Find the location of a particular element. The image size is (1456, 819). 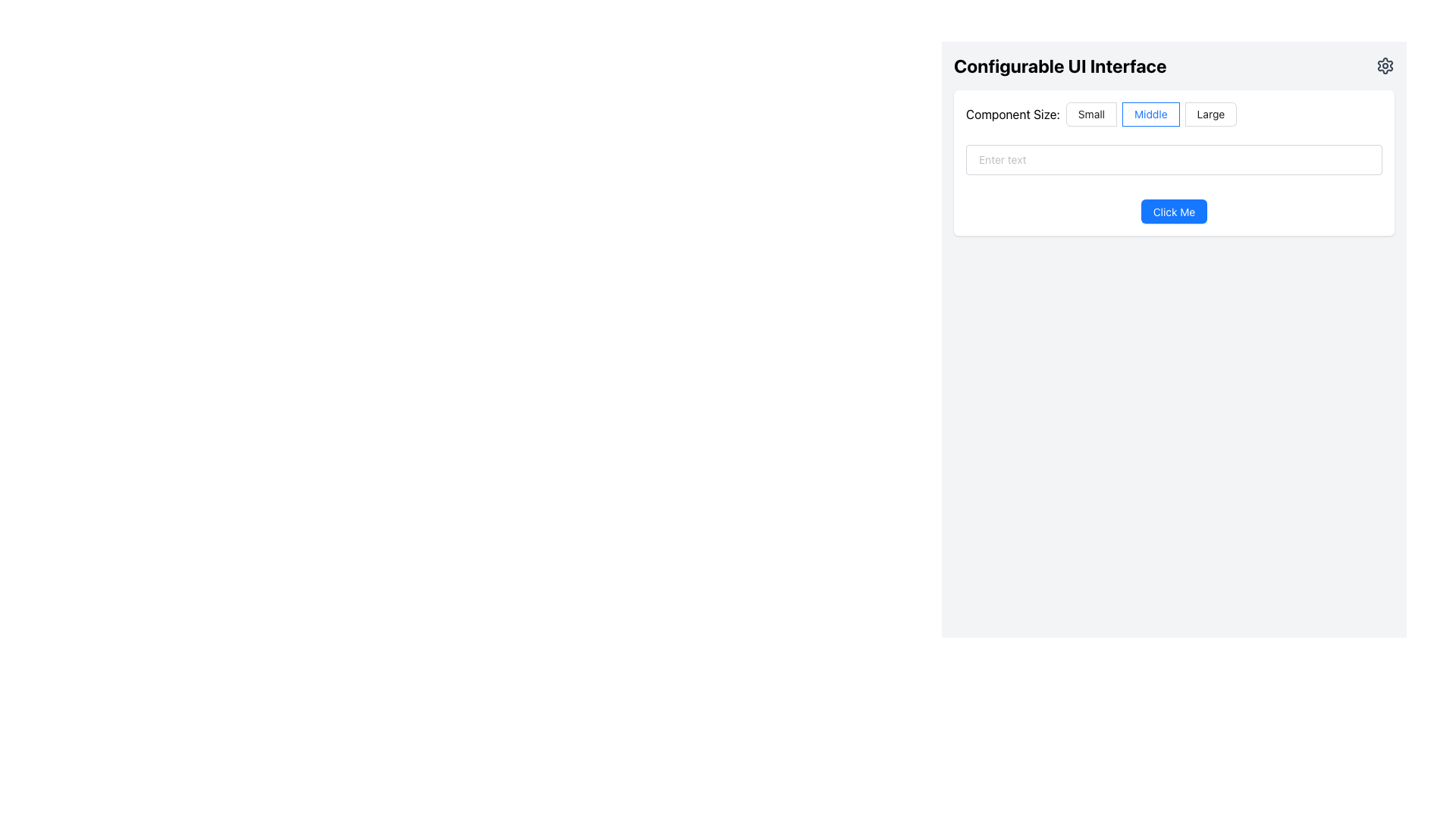

the 'Small' radio button label within the 'Component Size' group, which is the first option in a set of three choices is located at coordinates (1090, 113).